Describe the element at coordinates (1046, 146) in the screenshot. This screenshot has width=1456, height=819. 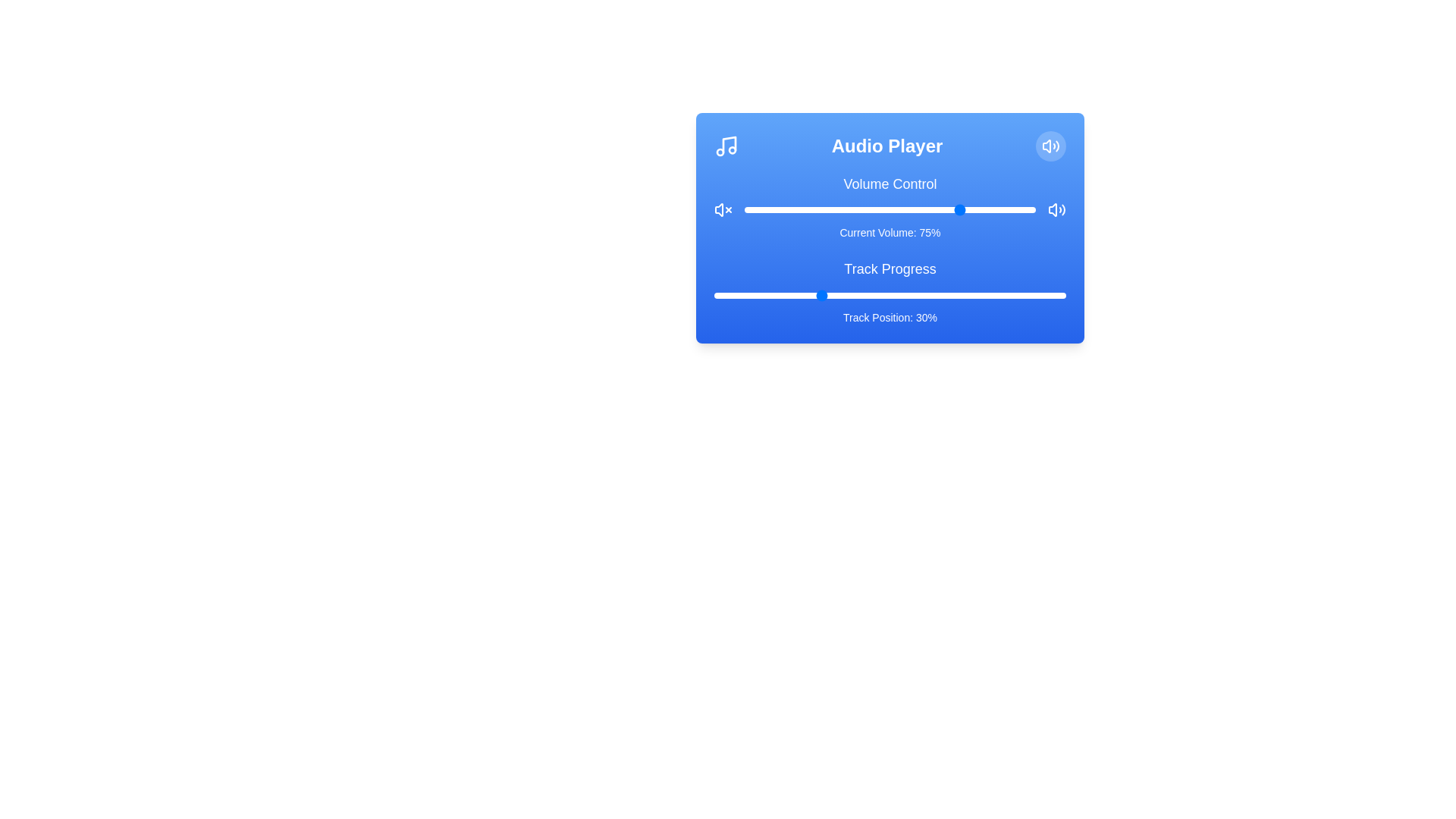
I see `the curved arrow icon that symbolizes sound wave or volume control, located in the top-right corner of the audio player interface` at that location.